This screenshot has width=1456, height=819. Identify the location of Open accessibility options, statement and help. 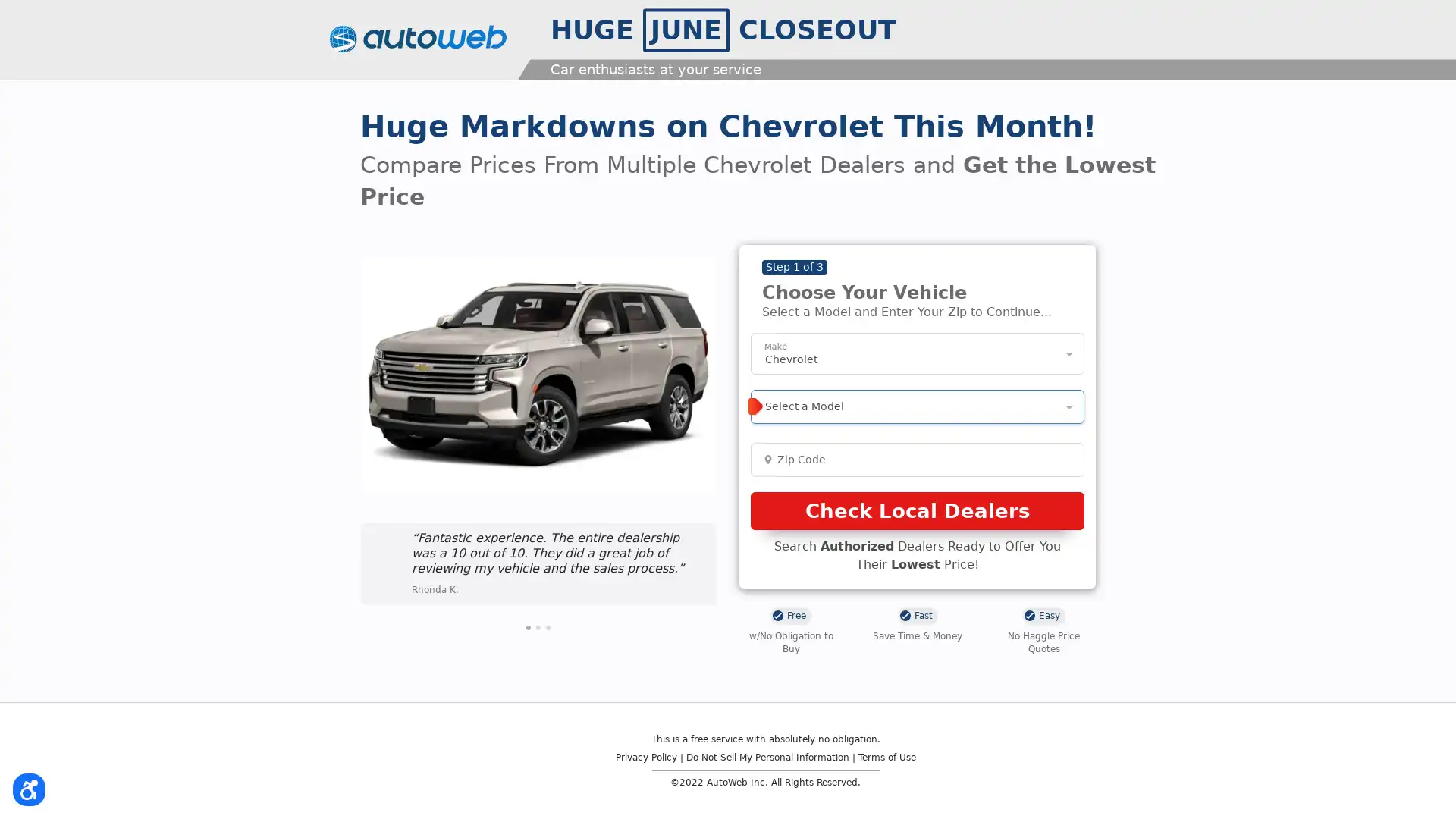
(32, 786).